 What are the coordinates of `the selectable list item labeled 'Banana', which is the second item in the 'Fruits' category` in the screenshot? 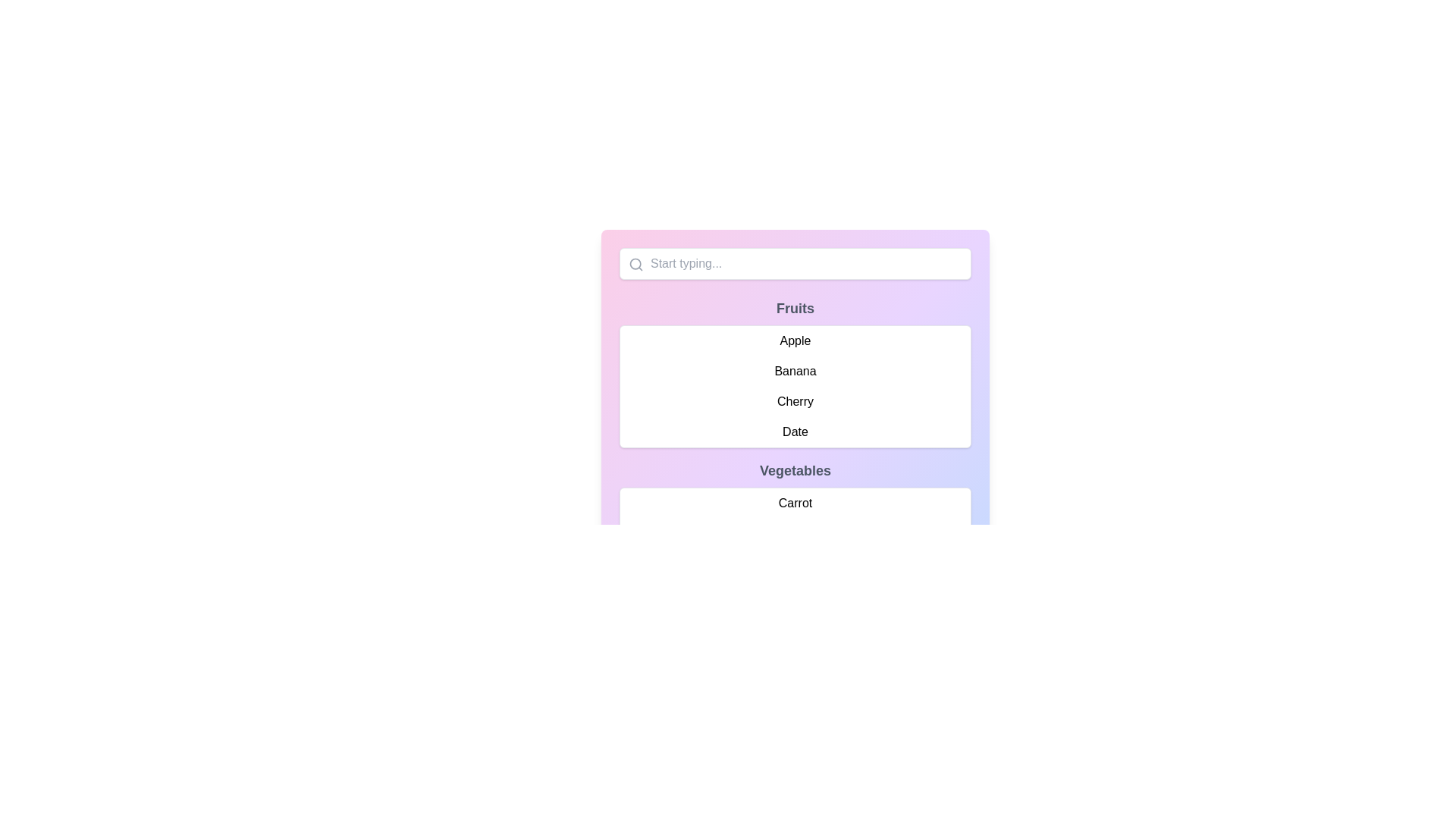 It's located at (795, 373).